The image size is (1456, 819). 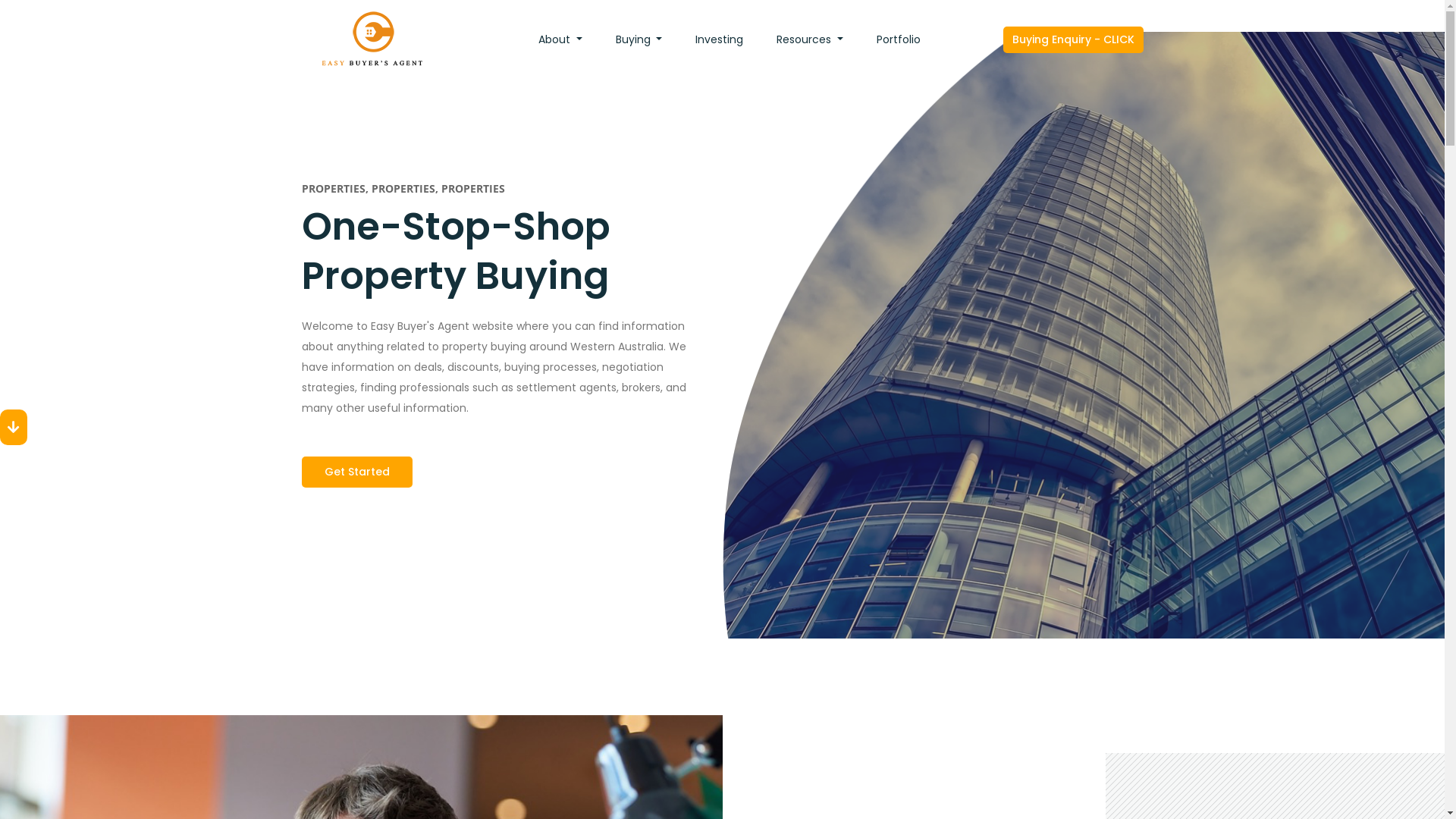 I want to click on 'Buying', so click(x=639, y=39).